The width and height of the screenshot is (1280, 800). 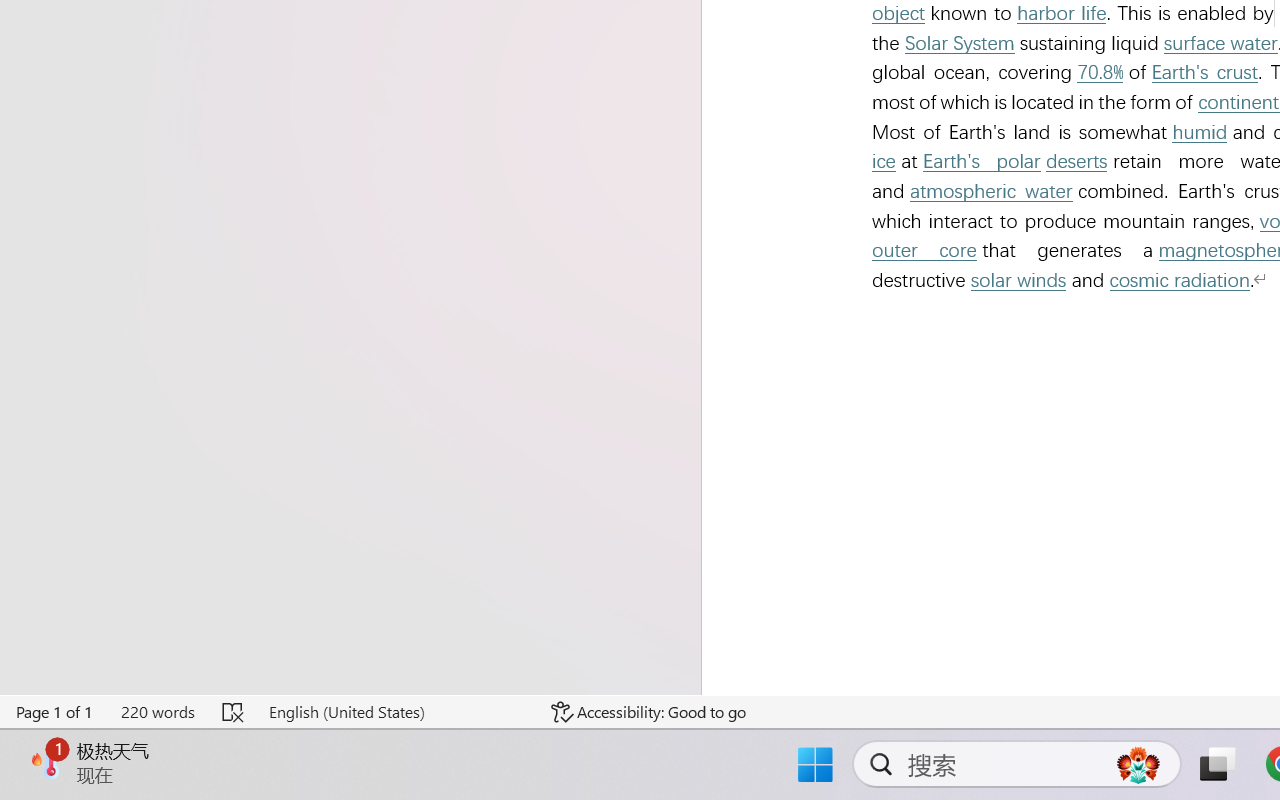 What do you see at coordinates (960, 42) in the screenshot?
I see `'Solar System'` at bounding box center [960, 42].